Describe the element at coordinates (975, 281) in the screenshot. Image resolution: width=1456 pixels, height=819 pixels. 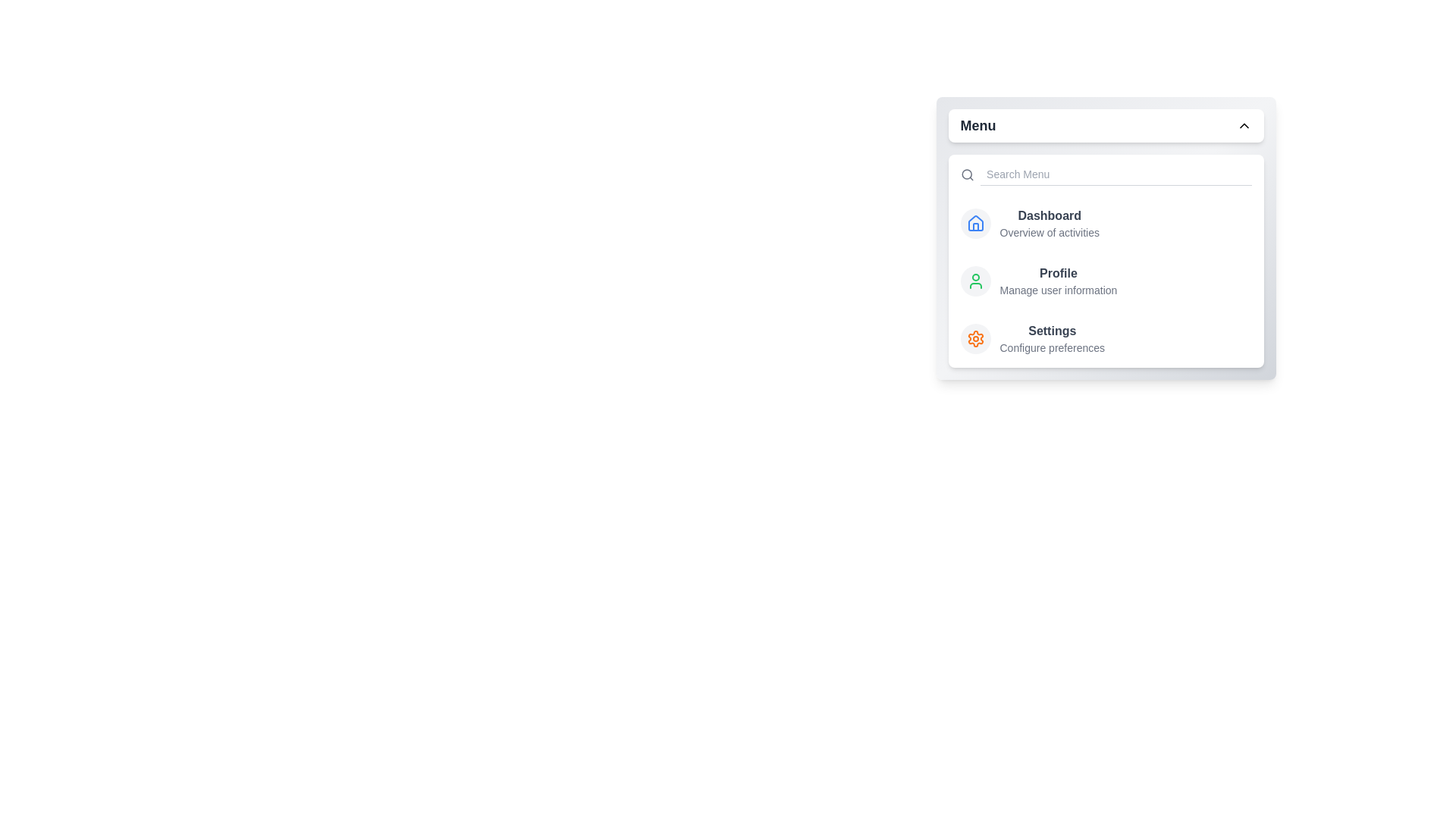
I see `the menu item labeled 'Profile' to view its hover effect` at that location.